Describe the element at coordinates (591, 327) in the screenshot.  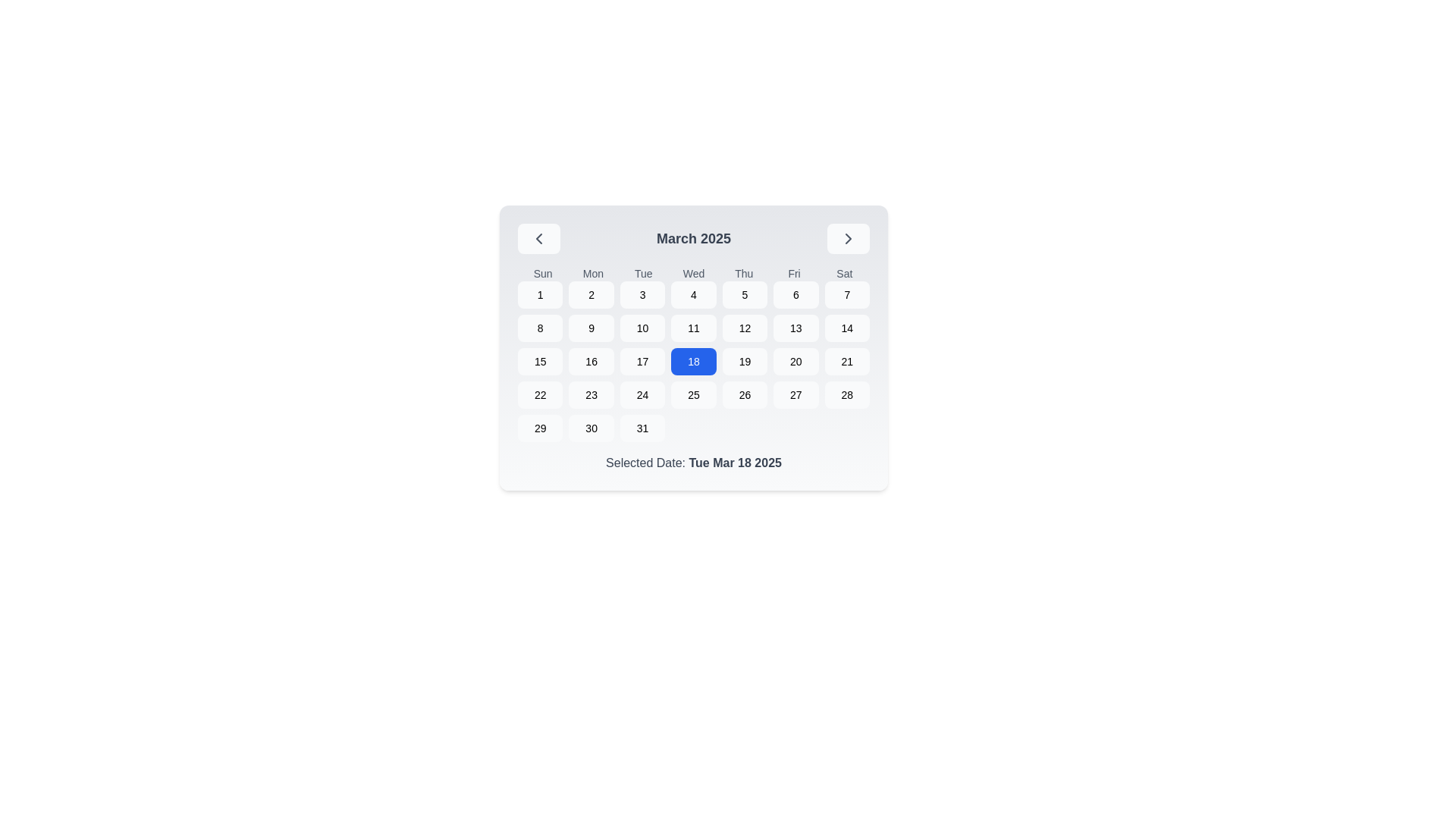
I see `the button that allows the selection of the date '9' in the calendar grid, located in the second row and second column` at that location.